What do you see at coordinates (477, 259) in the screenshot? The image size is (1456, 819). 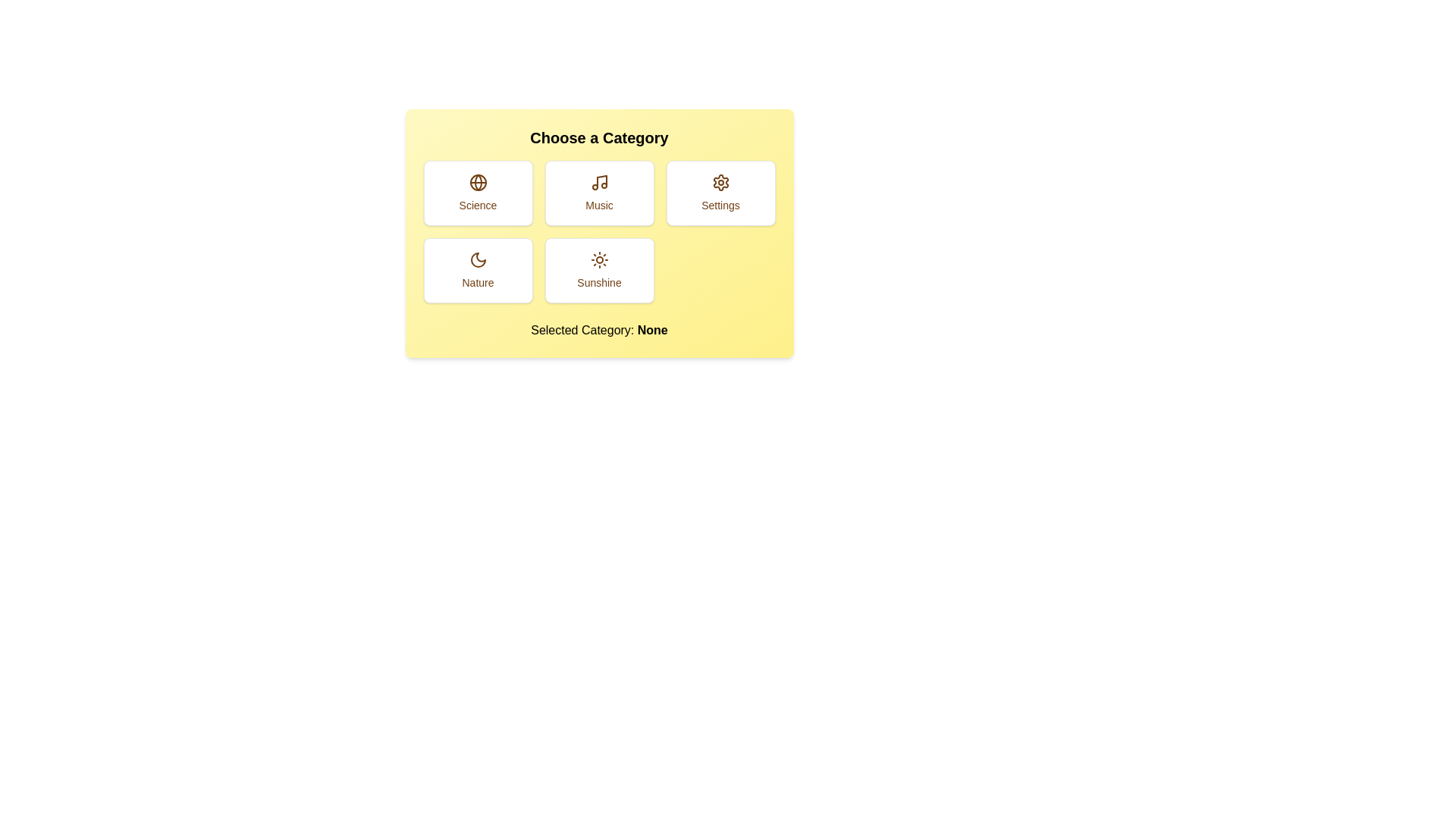 I see `the 'Nature' category icon, which is represented by a crescent moon, located in the bottom-left button of the grid under 'Choose a Category'` at bounding box center [477, 259].